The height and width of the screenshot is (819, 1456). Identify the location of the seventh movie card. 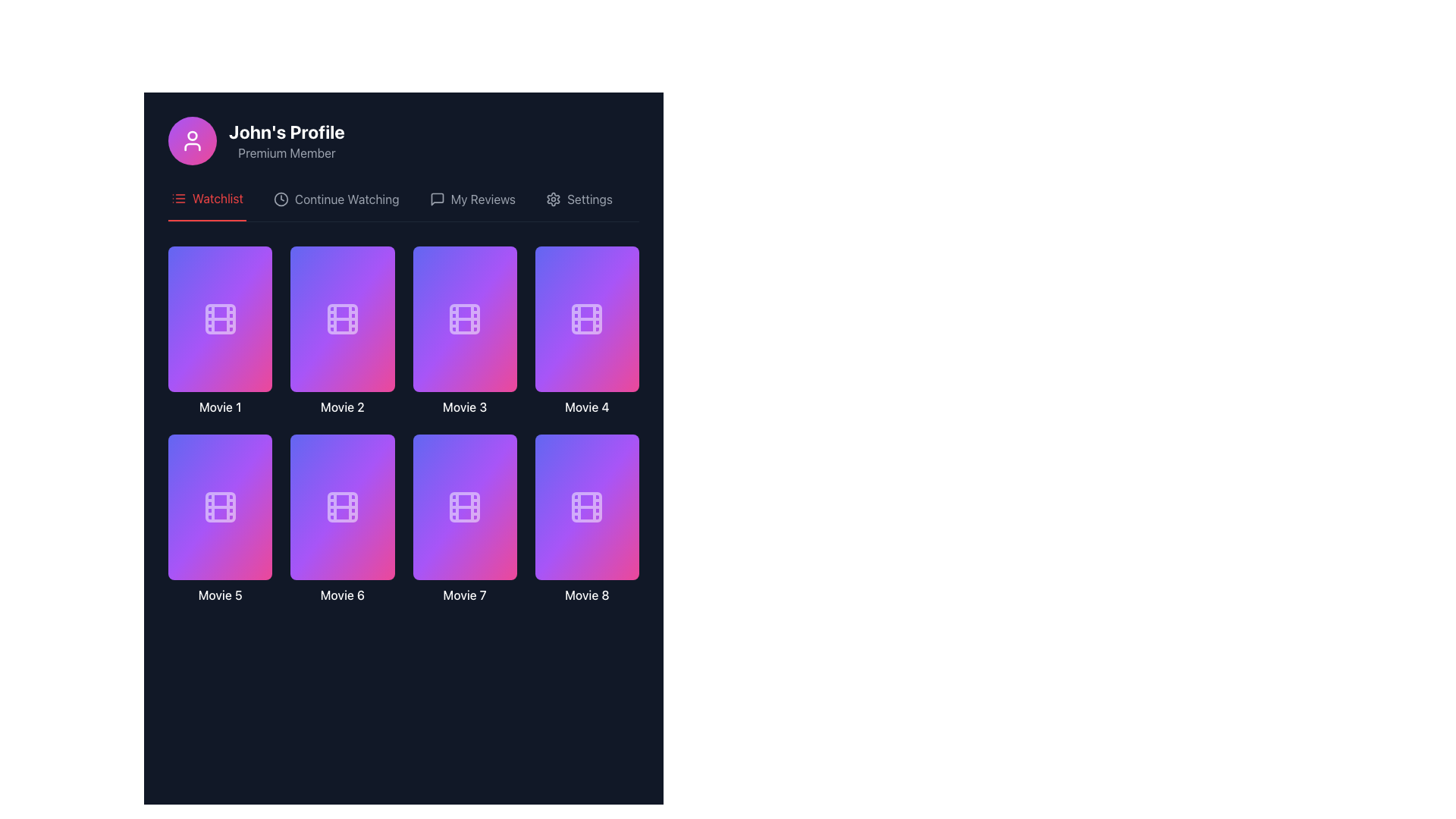
(464, 507).